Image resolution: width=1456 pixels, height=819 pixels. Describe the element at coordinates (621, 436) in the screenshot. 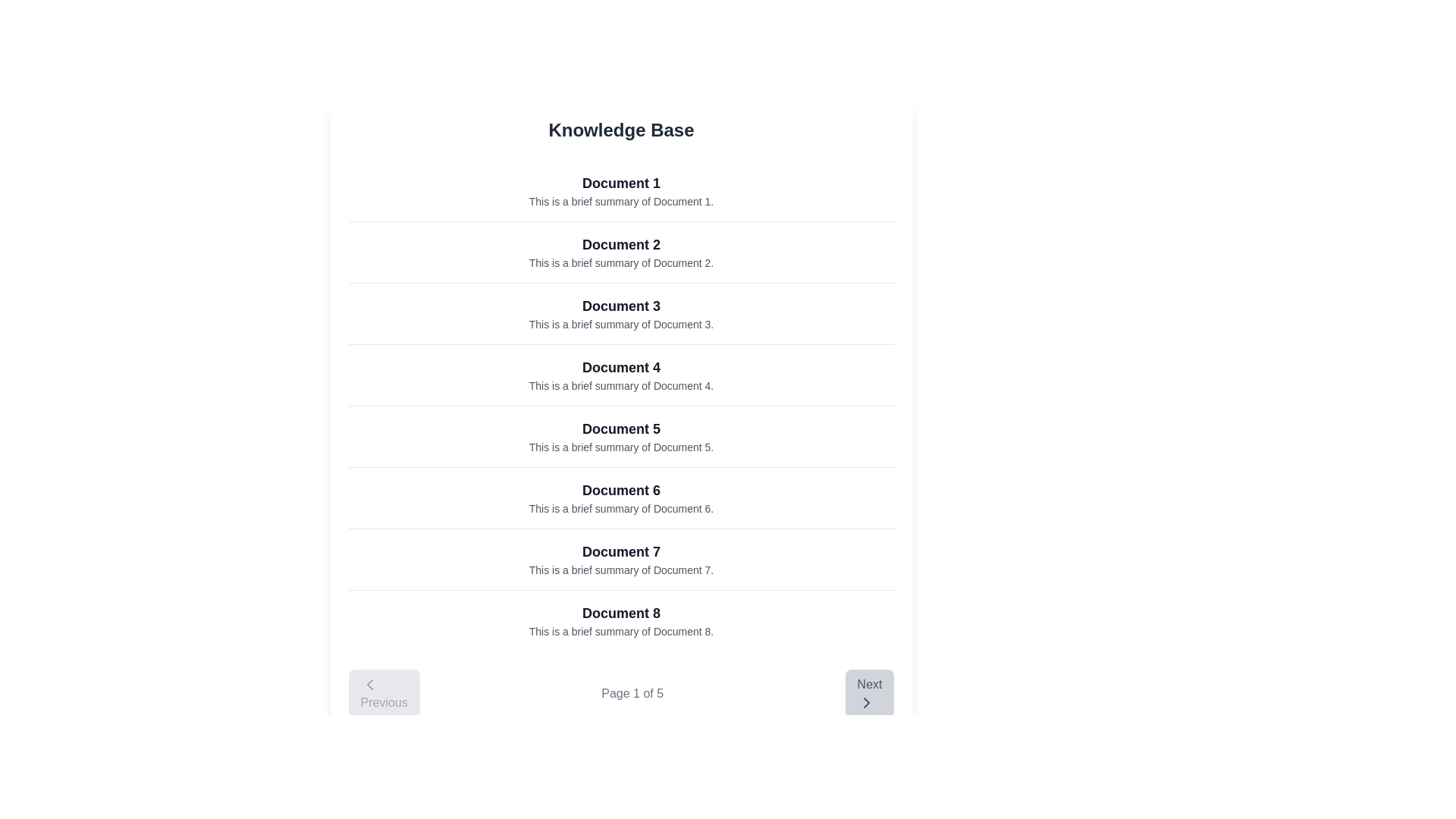

I see `the fifth list item displaying the title and summary of Document 5 by clicking on it` at that location.